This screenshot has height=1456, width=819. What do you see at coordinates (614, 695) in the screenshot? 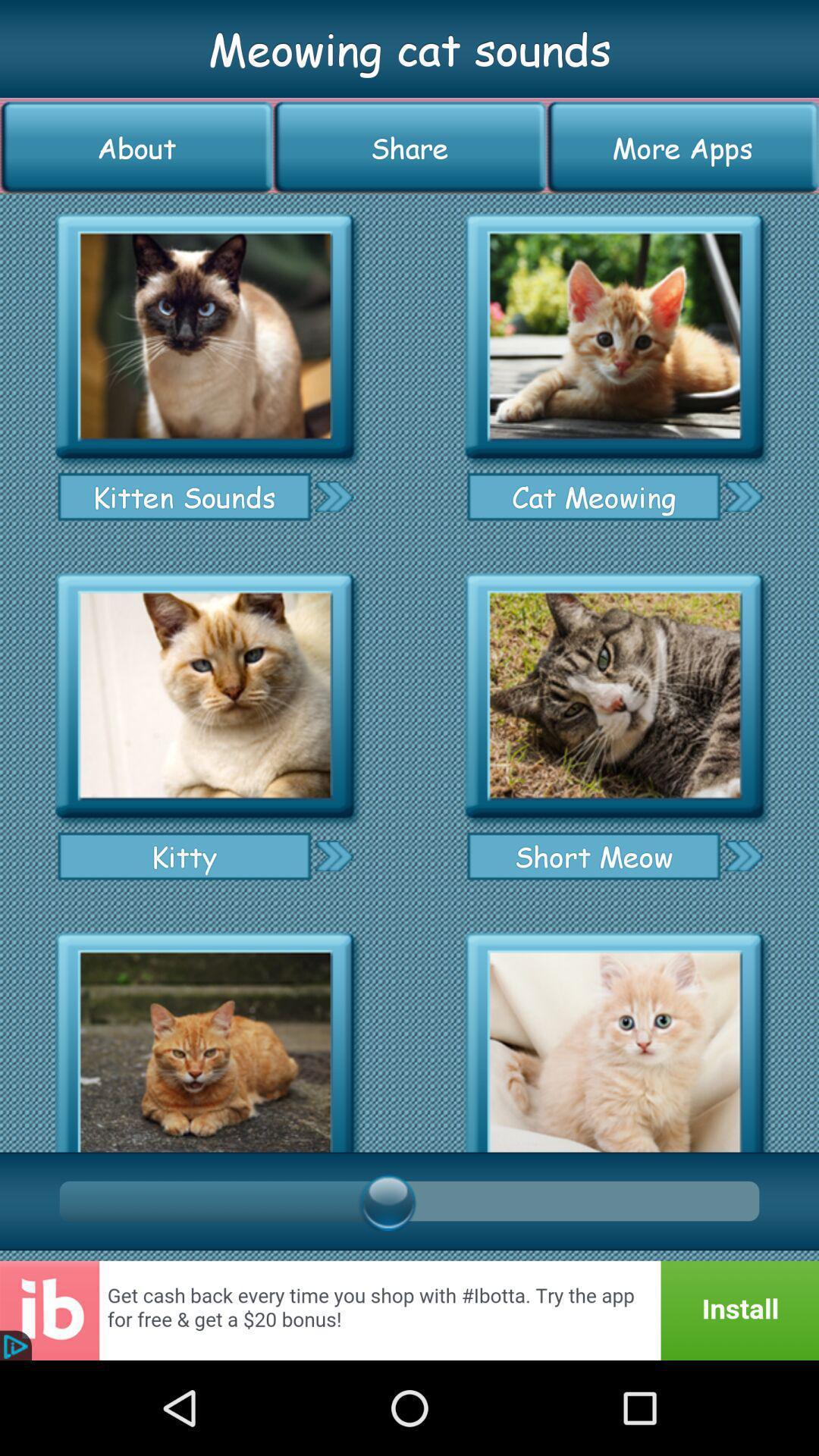
I see `short meow sound` at bounding box center [614, 695].